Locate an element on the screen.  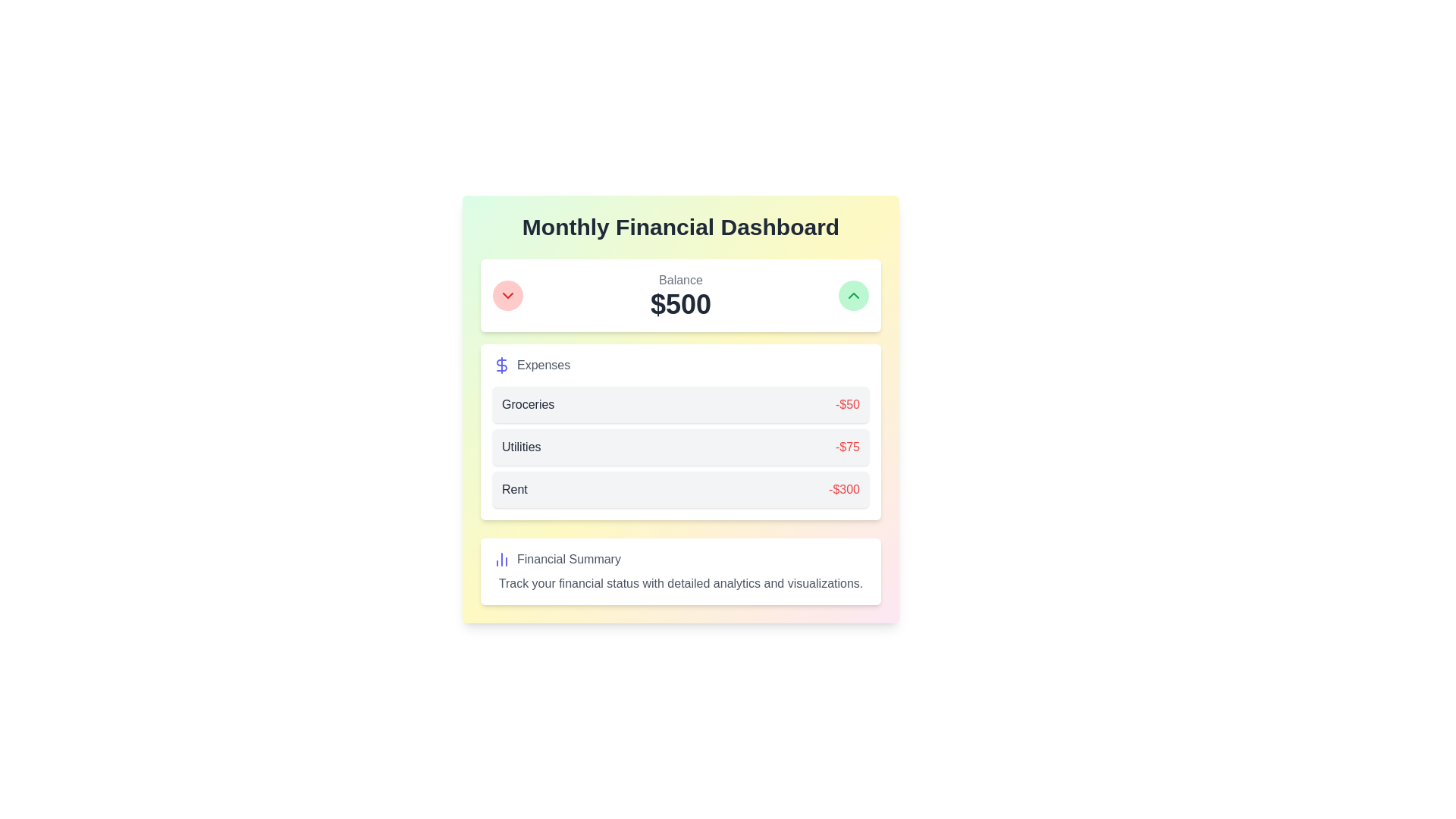
the Static text header of the financial dashboard, which serves as the main title indicating the content's purpose is located at coordinates (679, 227).